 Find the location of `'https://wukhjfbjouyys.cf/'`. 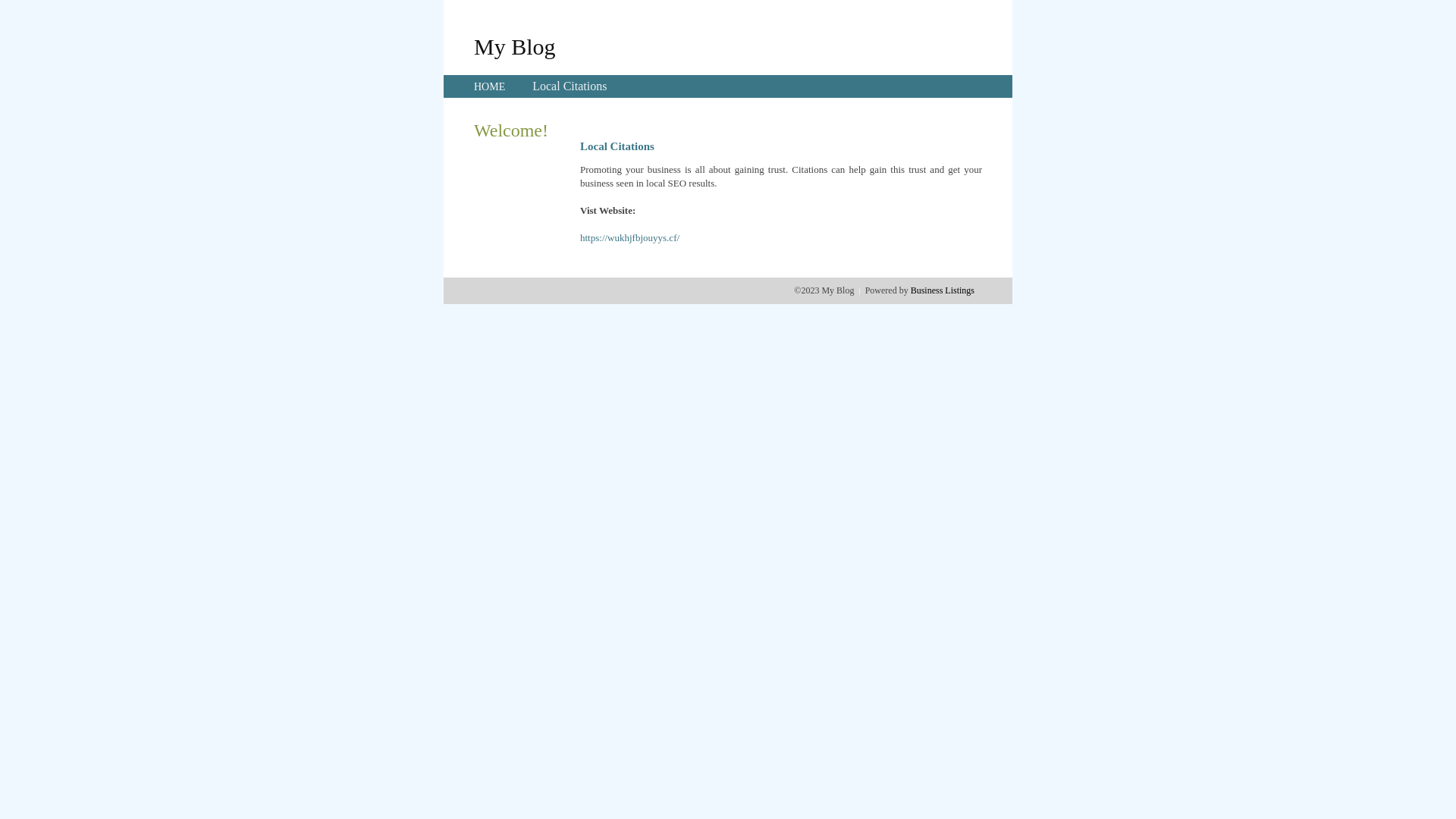

'https://wukhjfbjouyys.cf/' is located at coordinates (629, 237).